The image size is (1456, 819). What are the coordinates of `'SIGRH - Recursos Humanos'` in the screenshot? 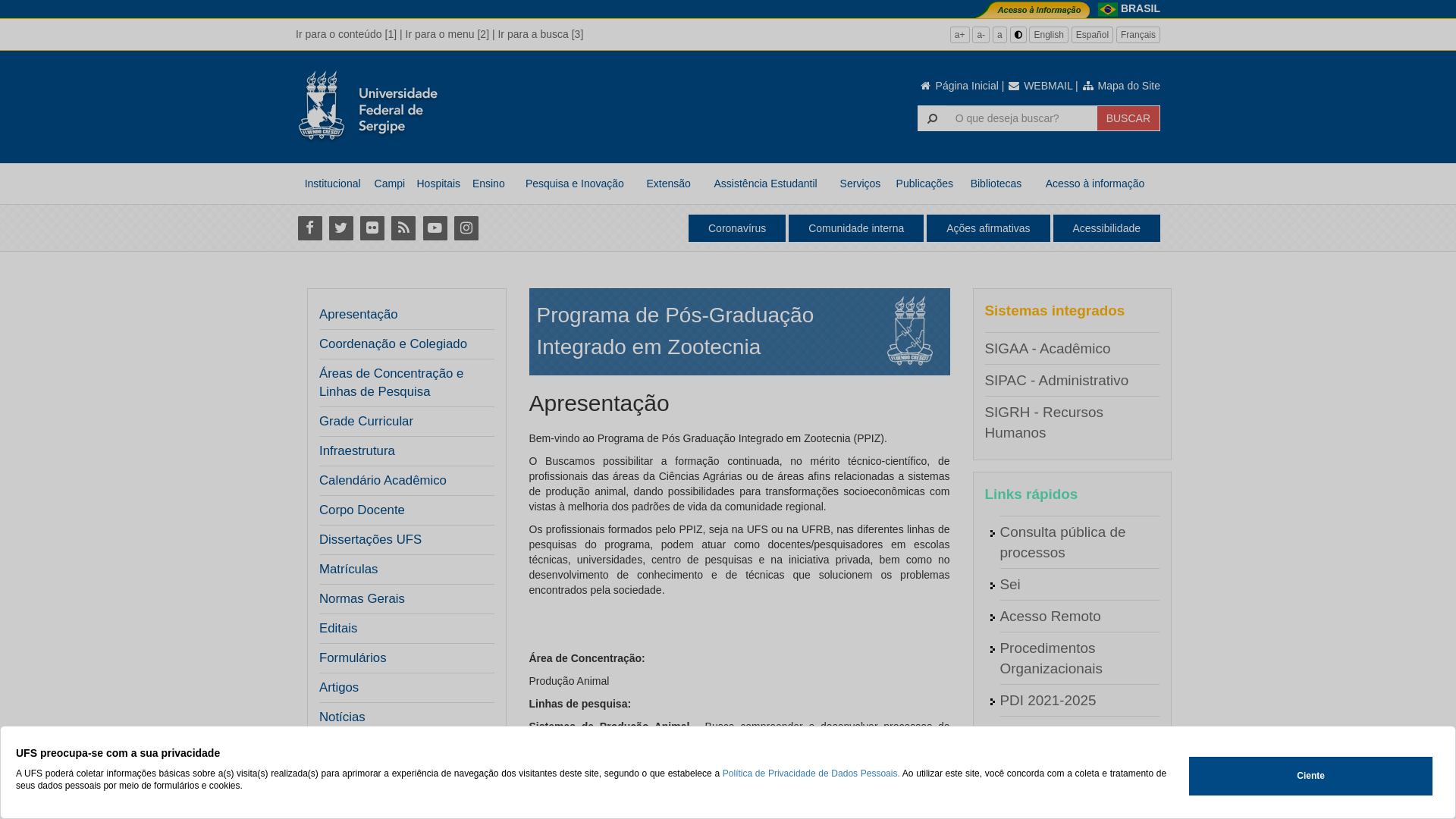 It's located at (1043, 422).